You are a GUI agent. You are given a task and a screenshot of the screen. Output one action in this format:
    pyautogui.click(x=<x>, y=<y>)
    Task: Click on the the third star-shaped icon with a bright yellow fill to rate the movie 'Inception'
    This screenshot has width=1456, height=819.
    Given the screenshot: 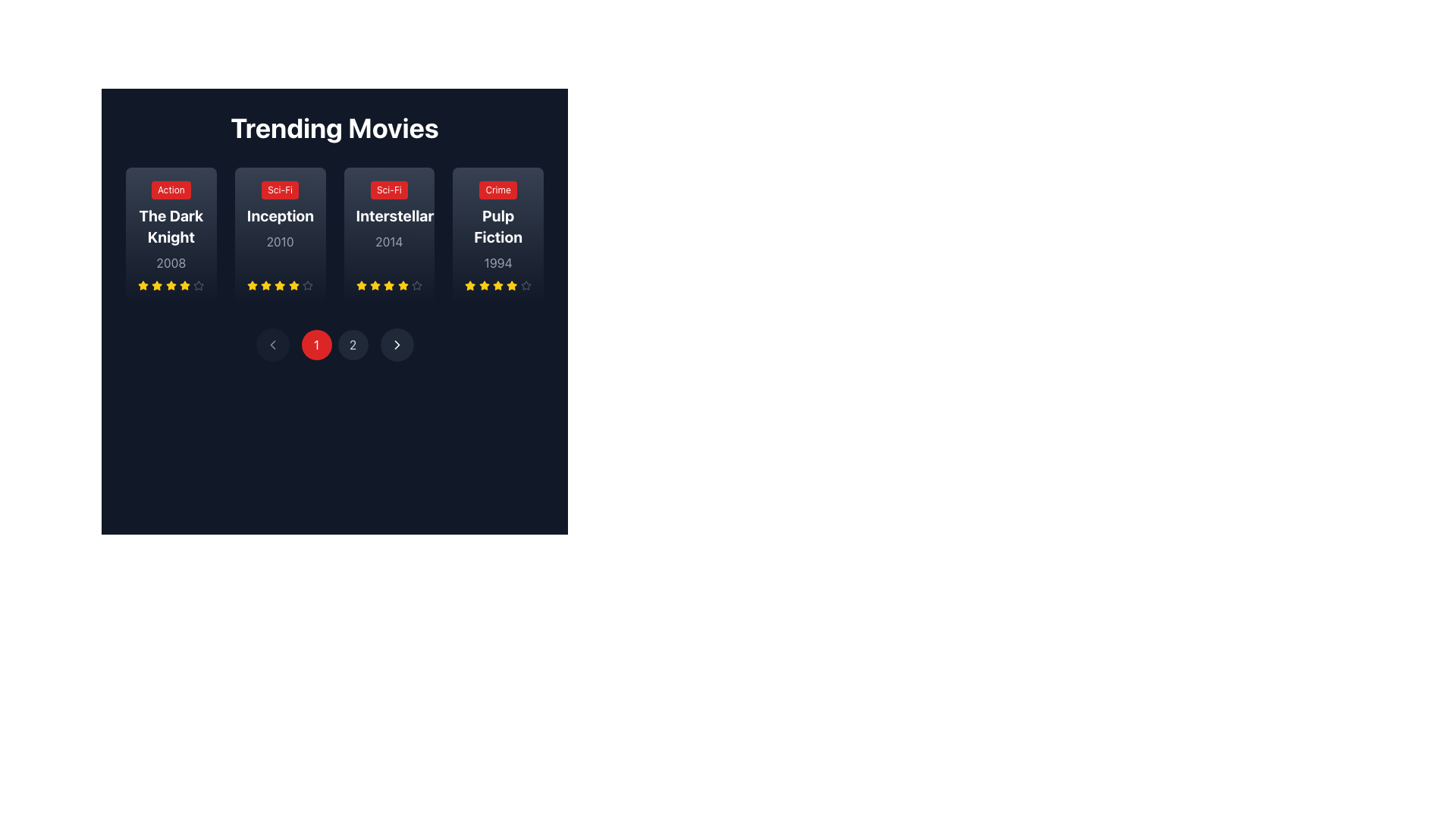 What is the action you would take?
    pyautogui.click(x=266, y=285)
    